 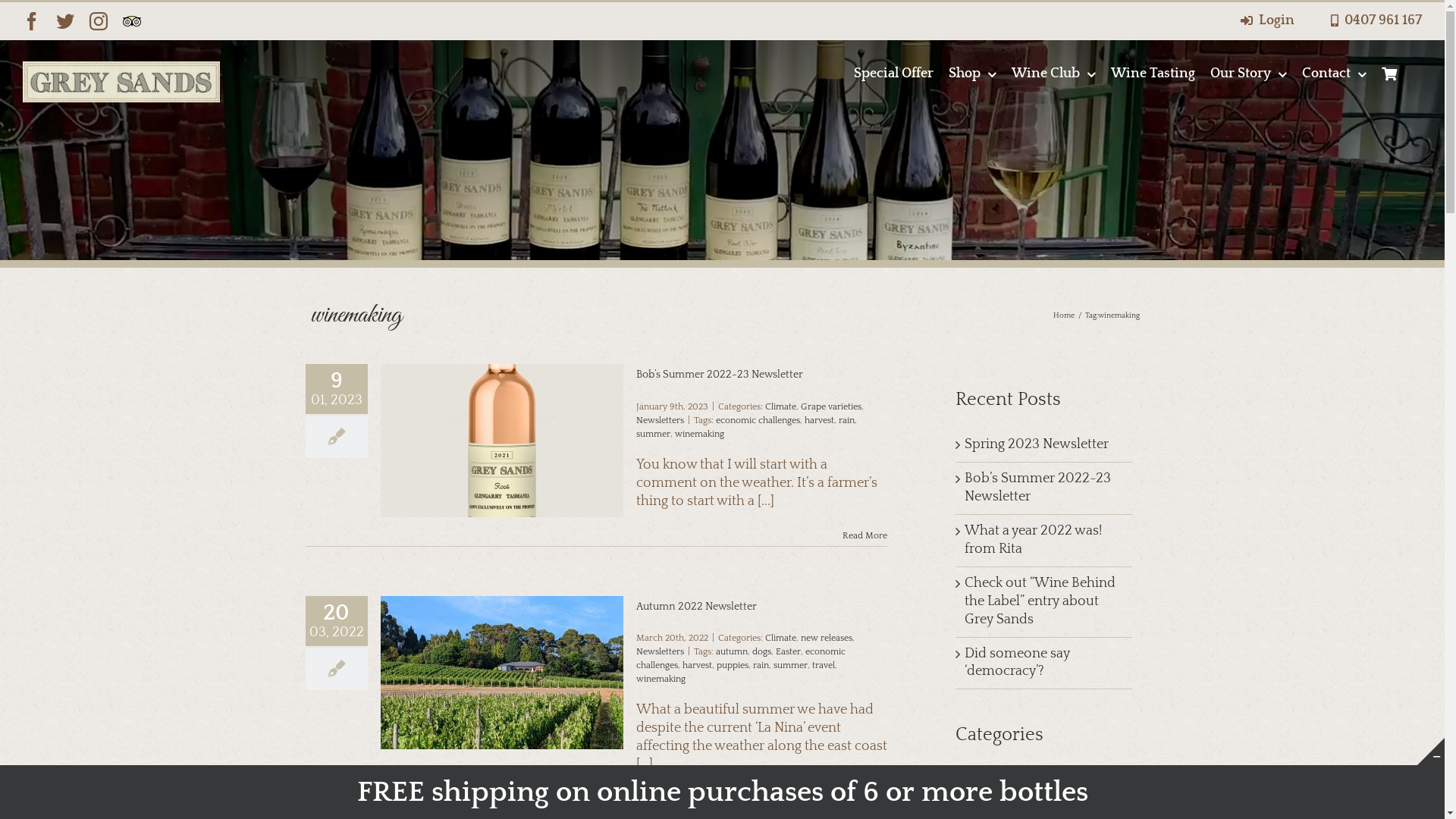 I want to click on 'Climate', so click(x=780, y=406).